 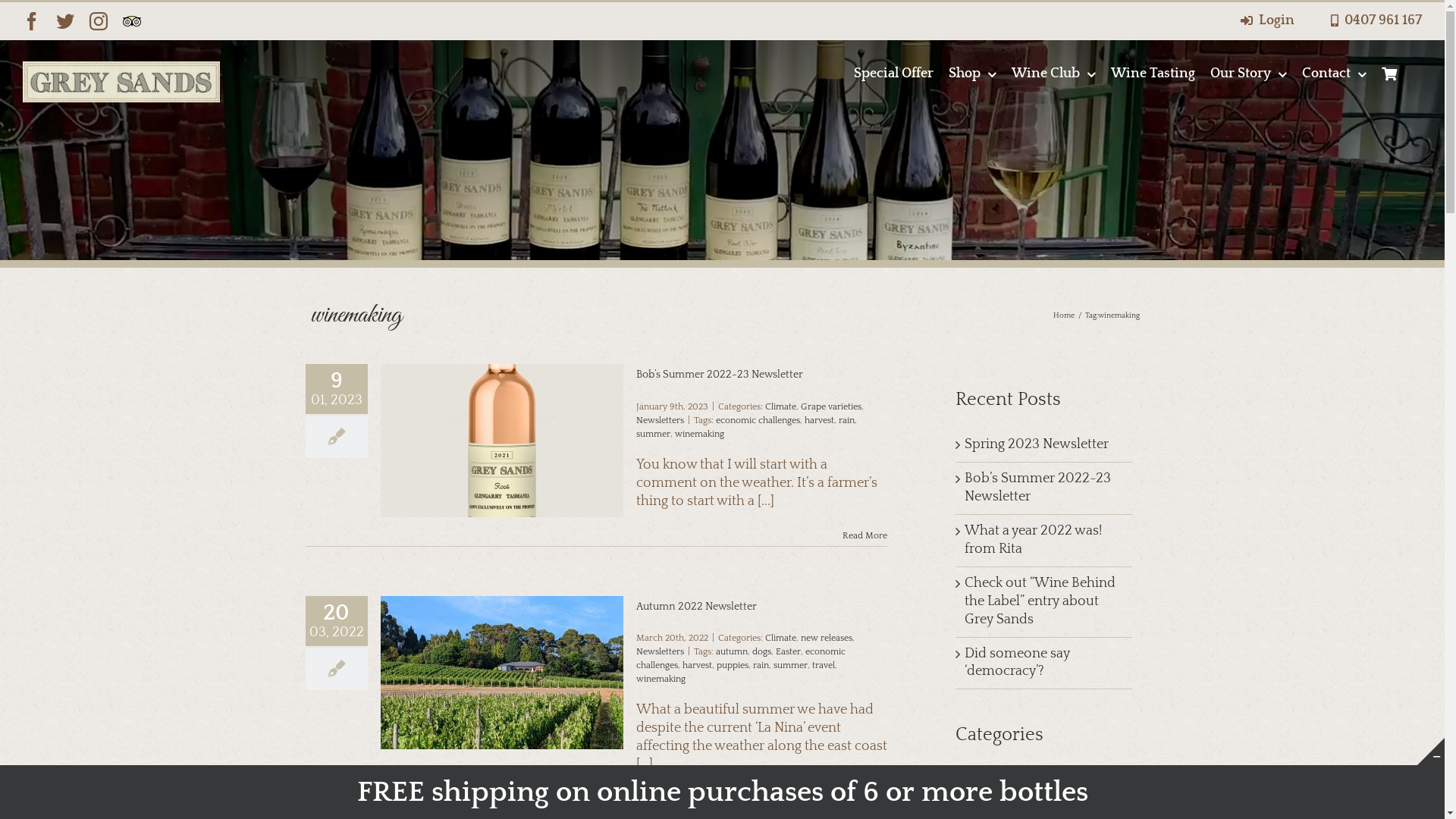 I want to click on 'Climate', so click(x=780, y=406).